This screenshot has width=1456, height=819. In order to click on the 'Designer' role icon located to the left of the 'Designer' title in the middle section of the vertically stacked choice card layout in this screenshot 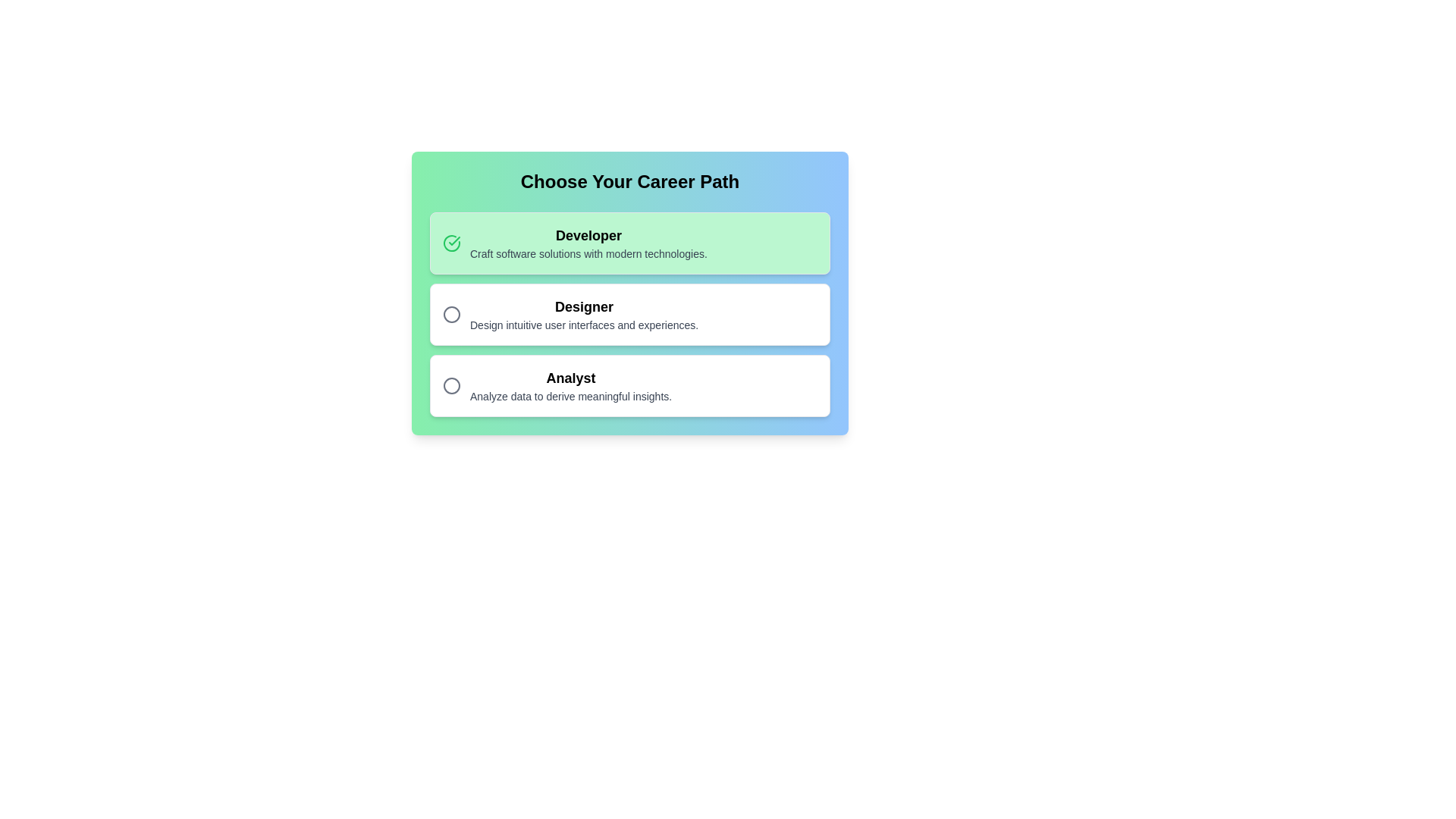, I will do `click(450, 314)`.